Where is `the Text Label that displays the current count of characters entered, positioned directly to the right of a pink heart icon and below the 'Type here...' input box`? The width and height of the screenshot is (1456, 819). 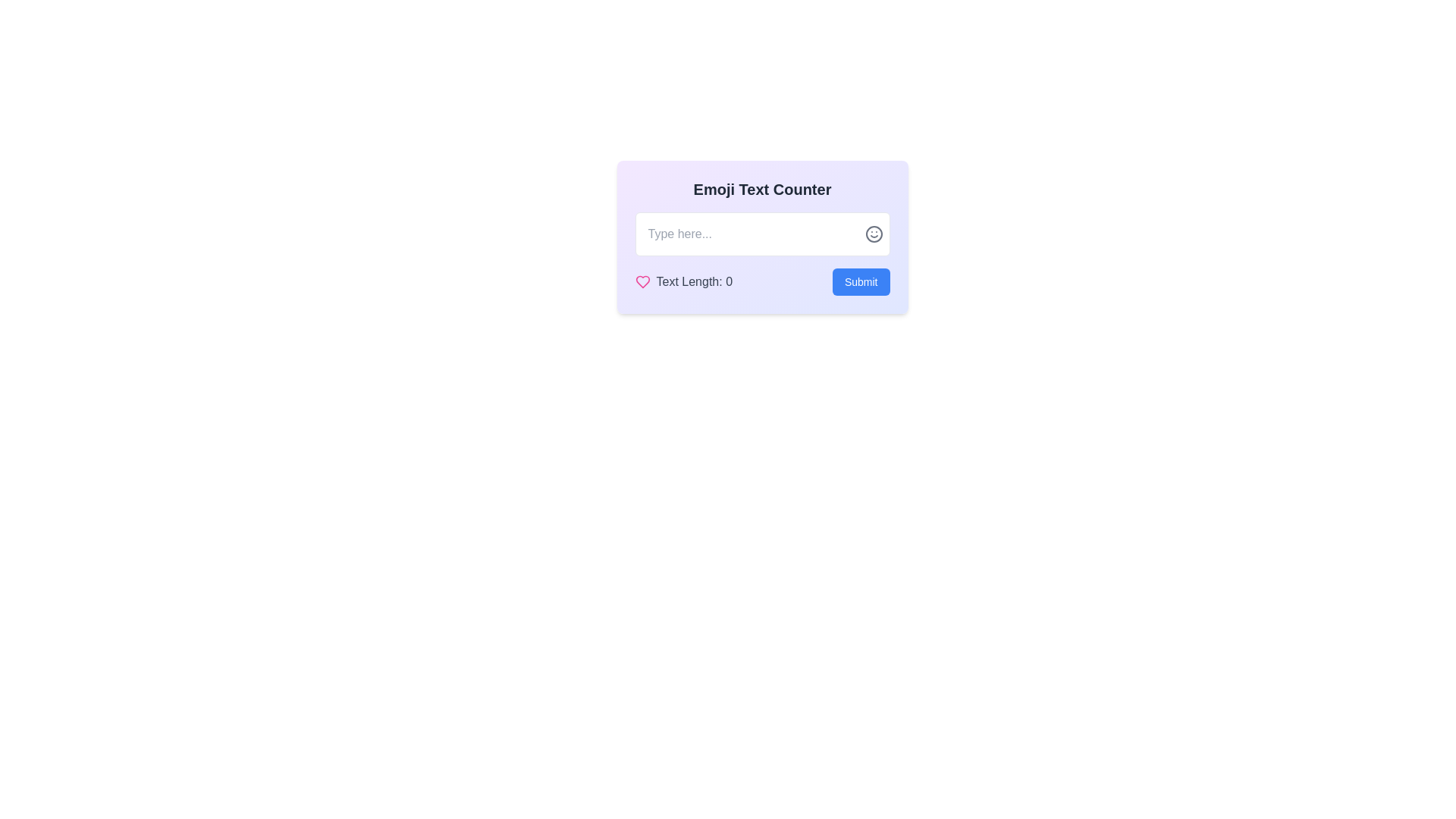
the Text Label that displays the current count of characters entered, positioned directly to the right of a pink heart icon and below the 'Type here...' input box is located at coordinates (693, 281).